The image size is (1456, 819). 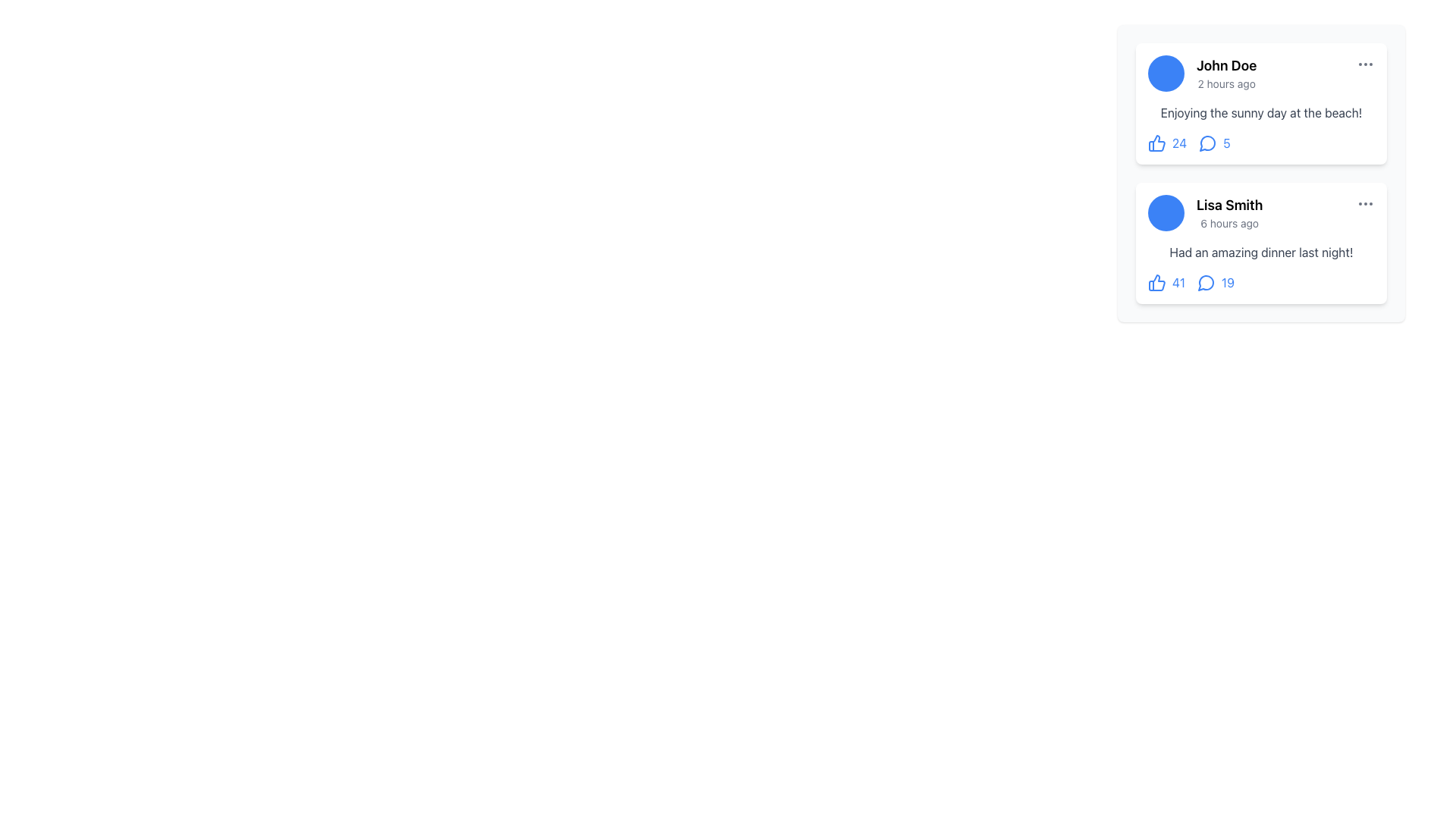 I want to click on the text label stating '2 hours ago', which is positioned beneath the username 'John Doe' in a clean font and gray color, so click(x=1226, y=84).